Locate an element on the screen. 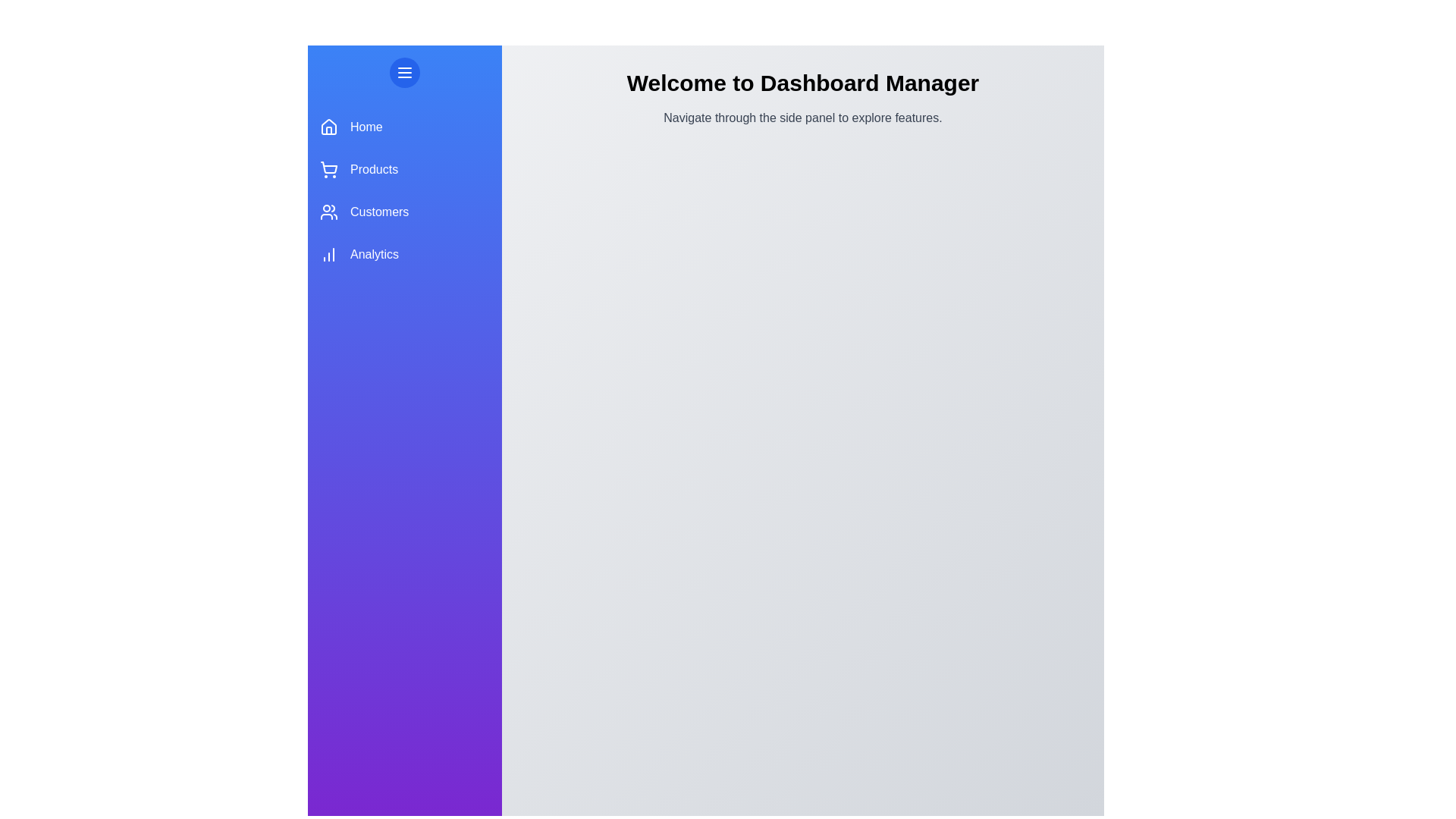 The image size is (1456, 819). the sidebar section Products is located at coordinates (404, 169).